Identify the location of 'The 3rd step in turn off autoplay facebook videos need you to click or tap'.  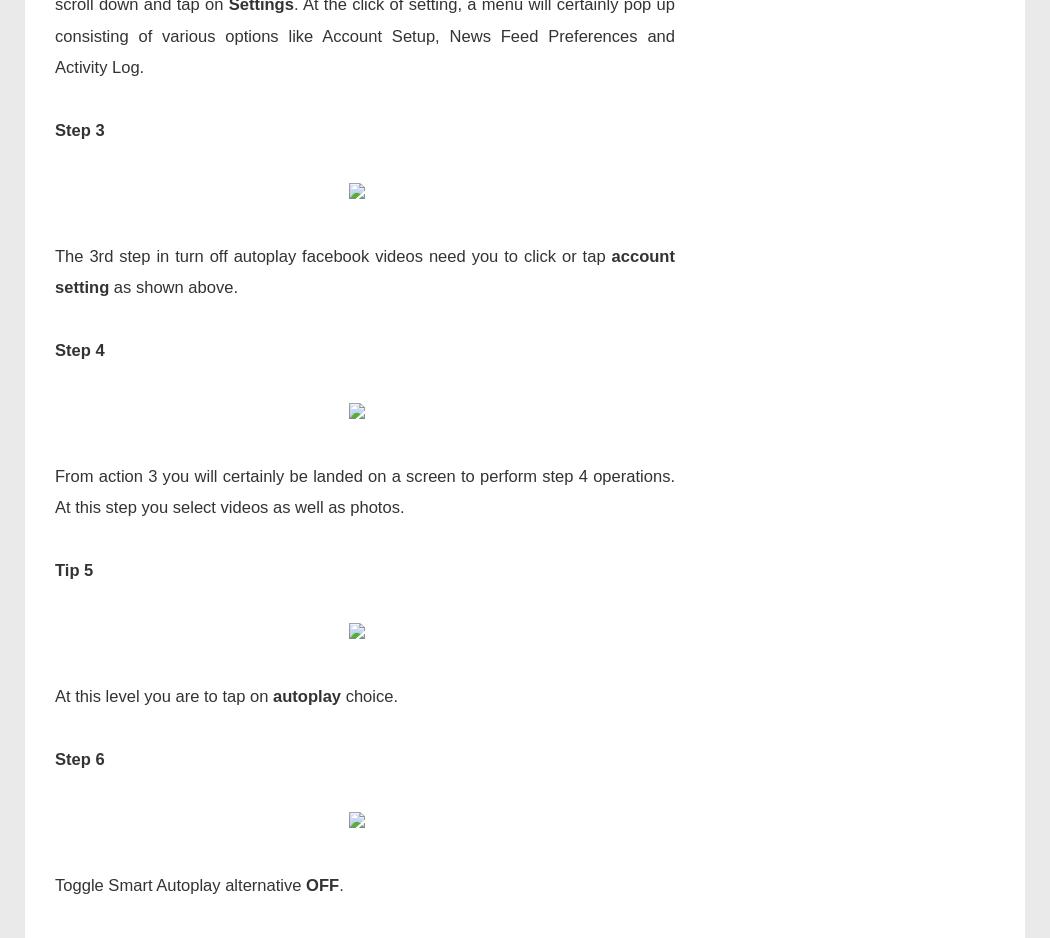
(332, 254).